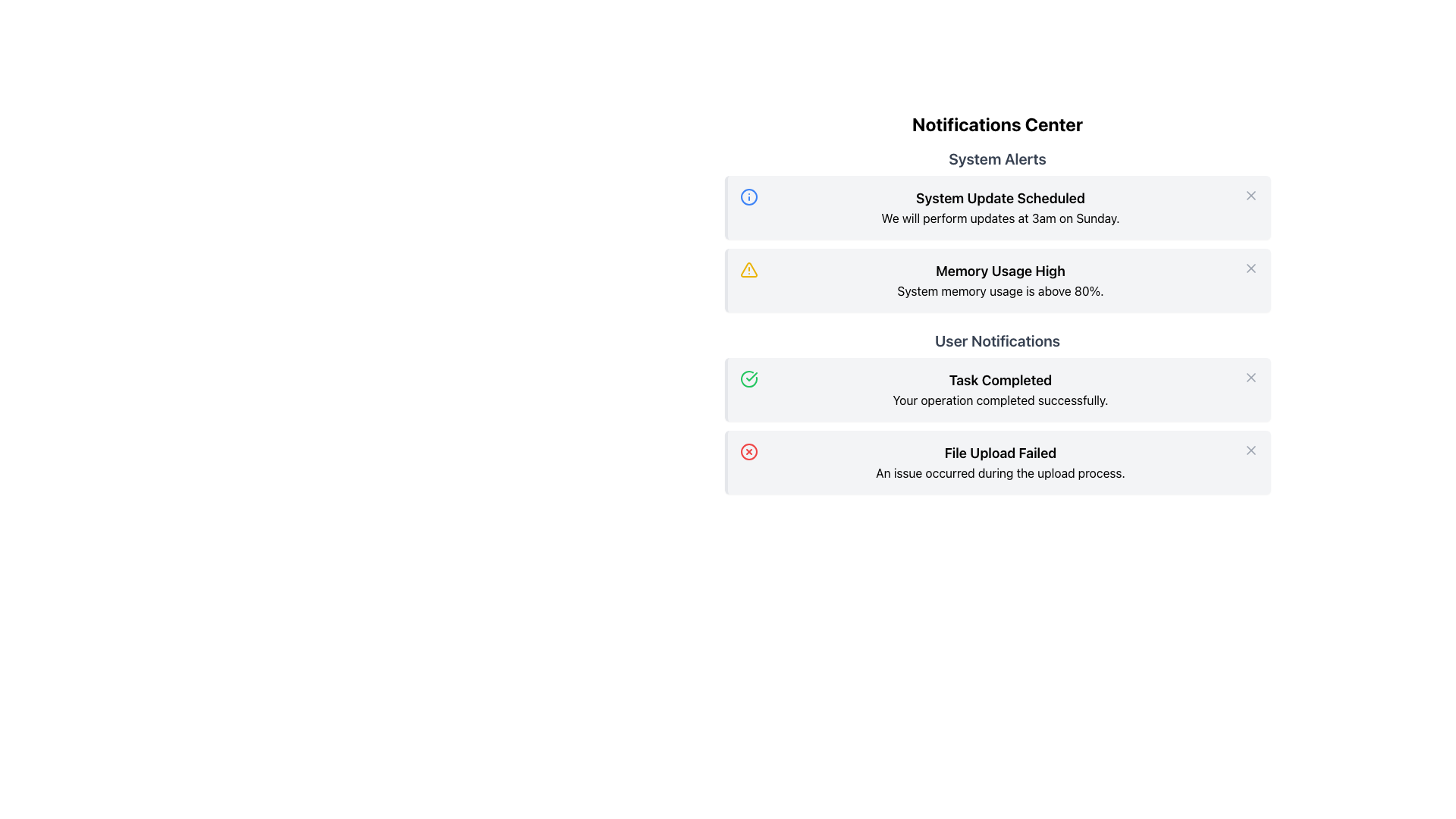 The height and width of the screenshot is (819, 1456). Describe the element at coordinates (1000, 291) in the screenshot. I see `text area containing the message 'System memory usage is above 80%' which is located below the heading 'Memory Usage High' in the second notification card under the 'System Alerts' section` at that location.